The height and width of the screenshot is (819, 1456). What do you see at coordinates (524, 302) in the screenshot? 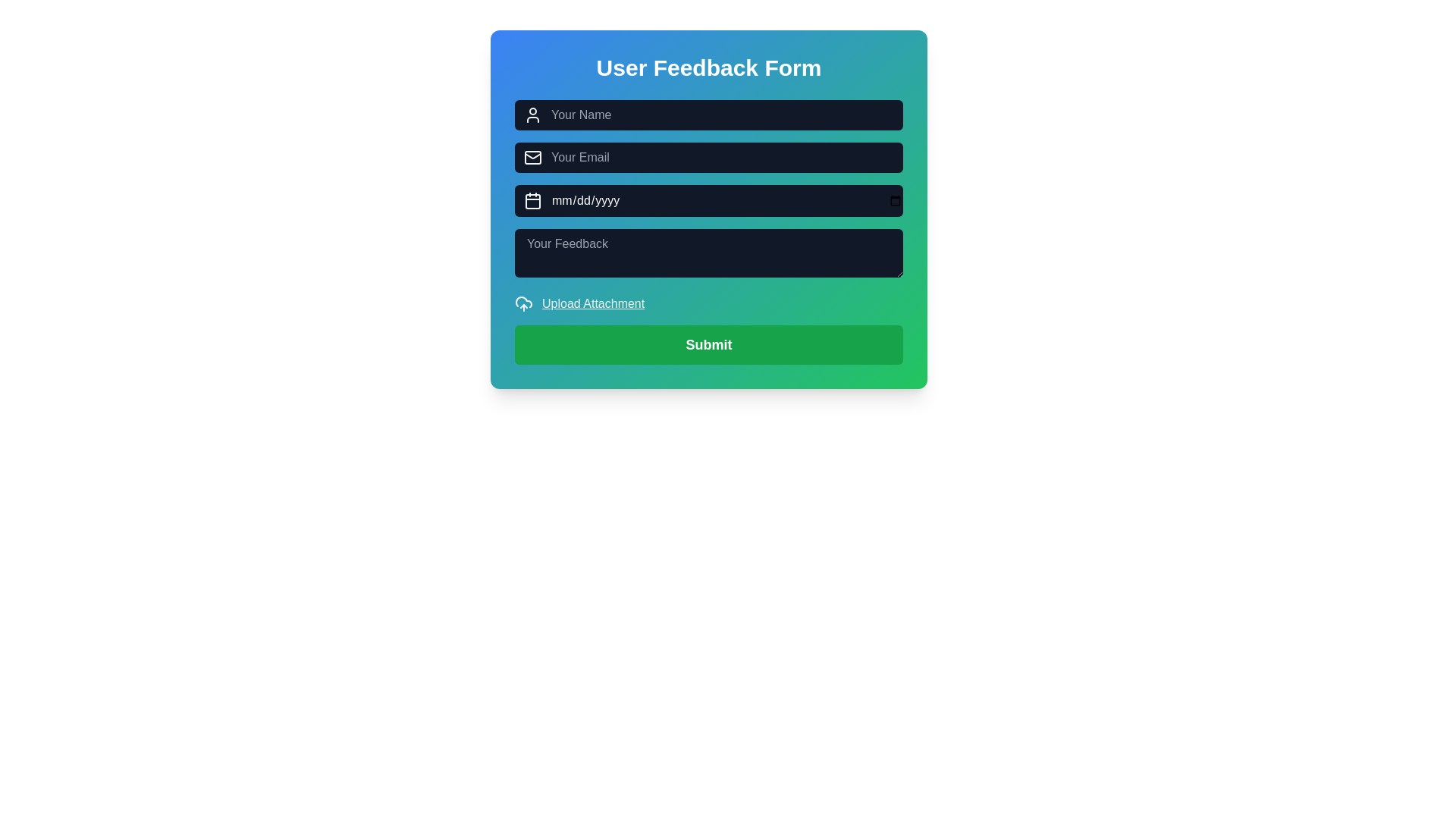
I see `the curved line resembling a cloud, which is part of the upload icon next to the 'Upload Attachment' text link` at bounding box center [524, 302].